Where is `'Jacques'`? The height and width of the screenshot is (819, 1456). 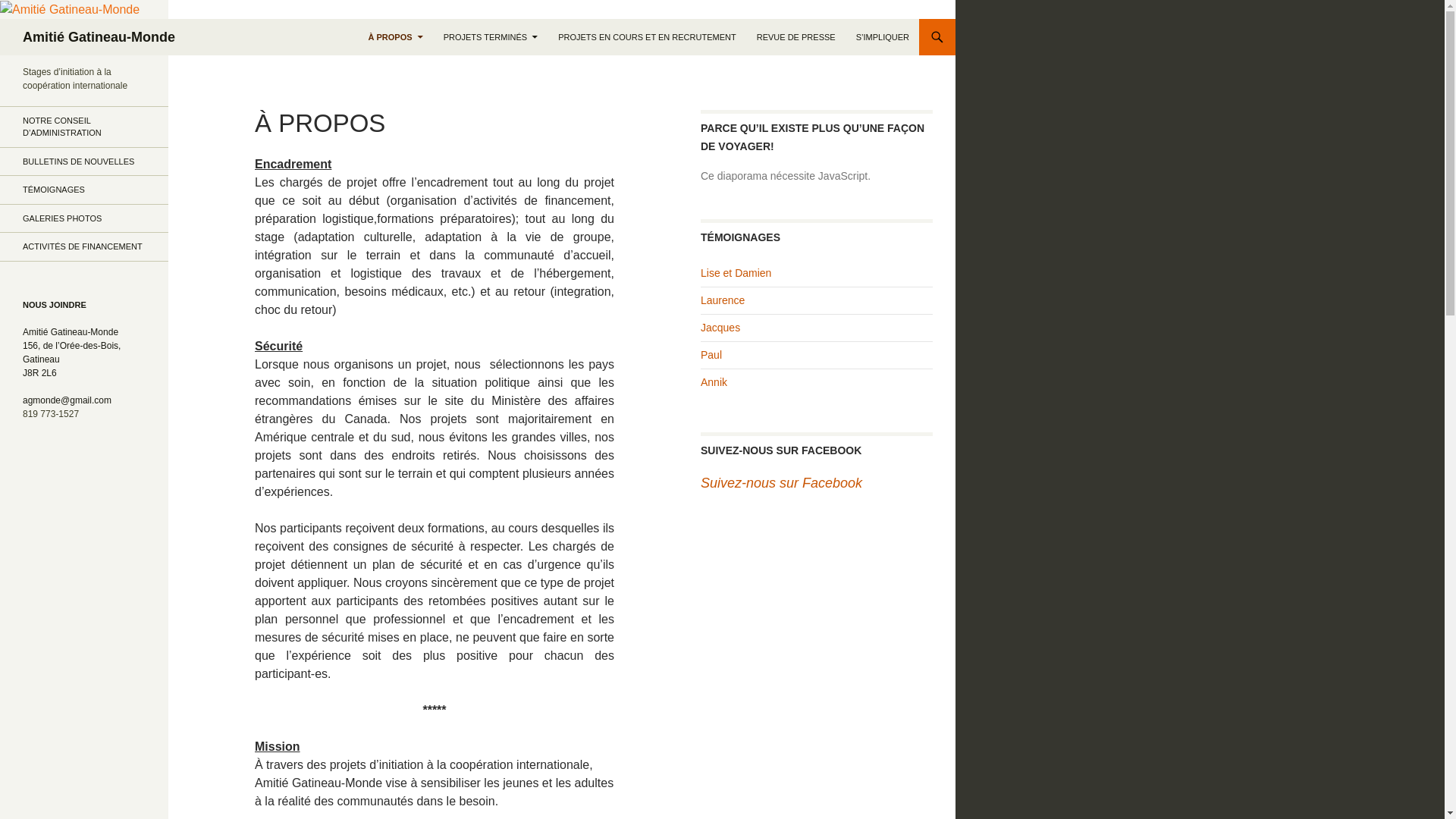 'Jacques' is located at coordinates (720, 327).